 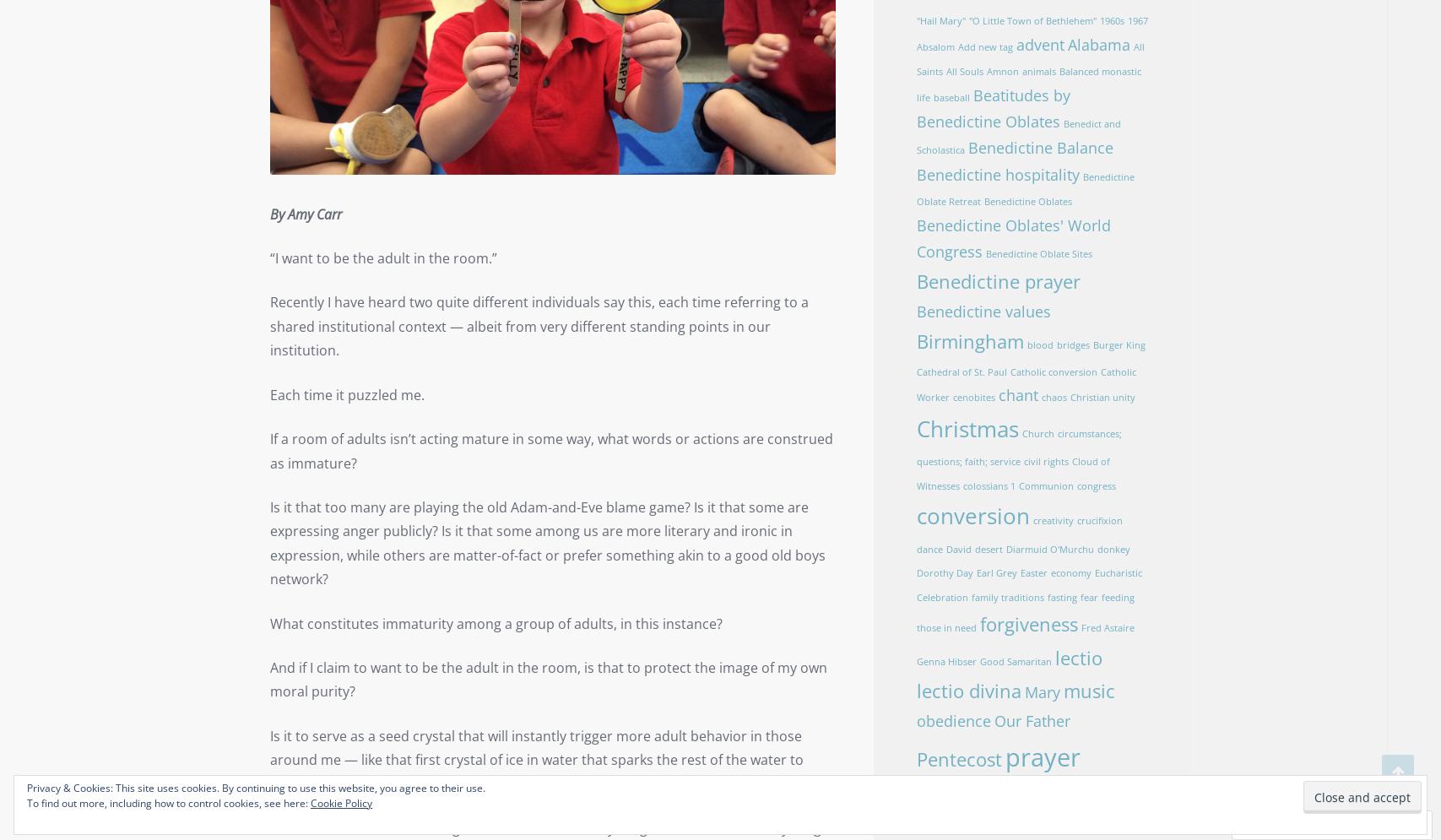 What do you see at coordinates (1112, 549) in the screenshot?
I see `'donkey'` at bounding box center [1112, 549].